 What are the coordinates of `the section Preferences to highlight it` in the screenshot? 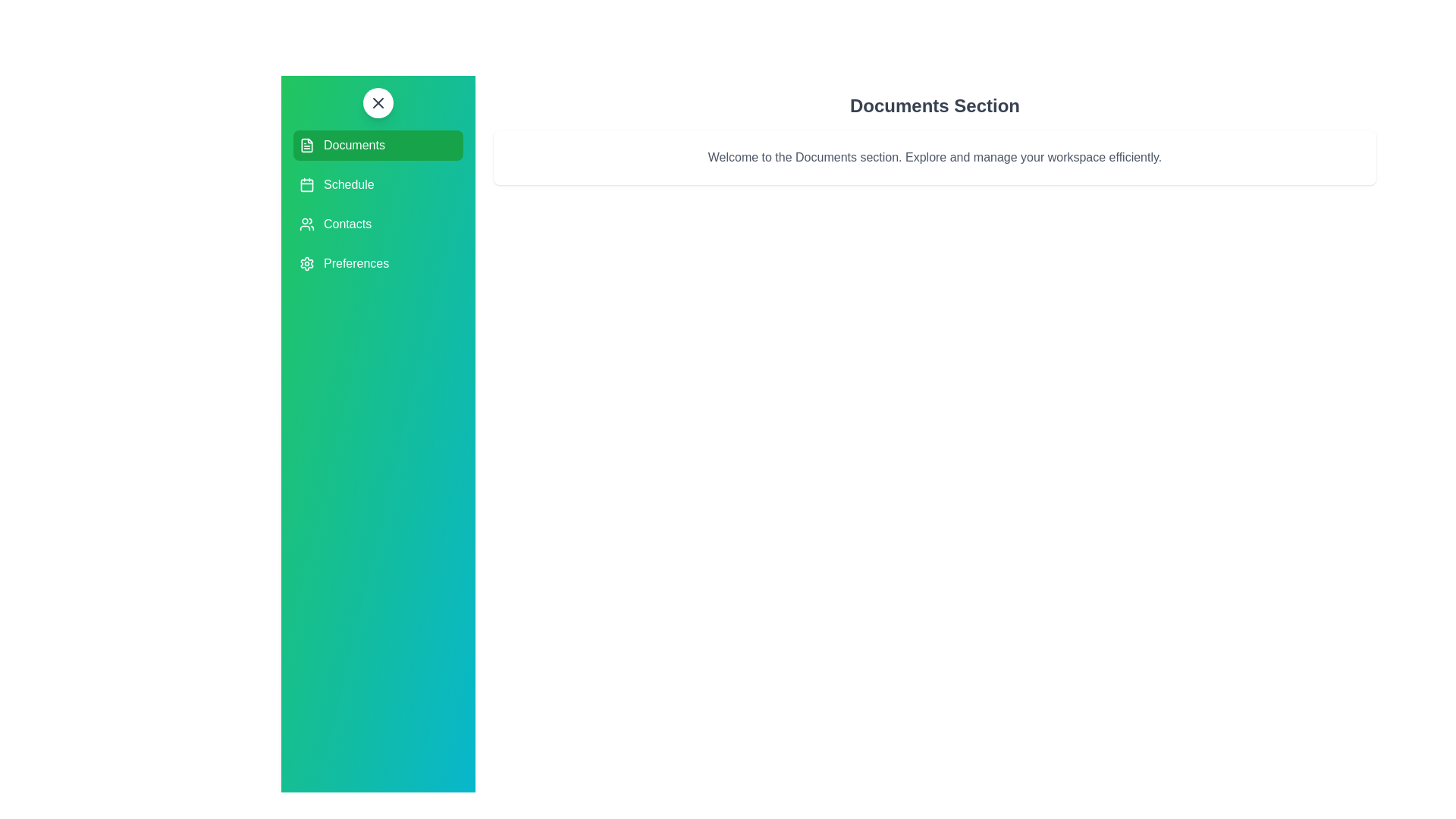 It's located at (378, 262).